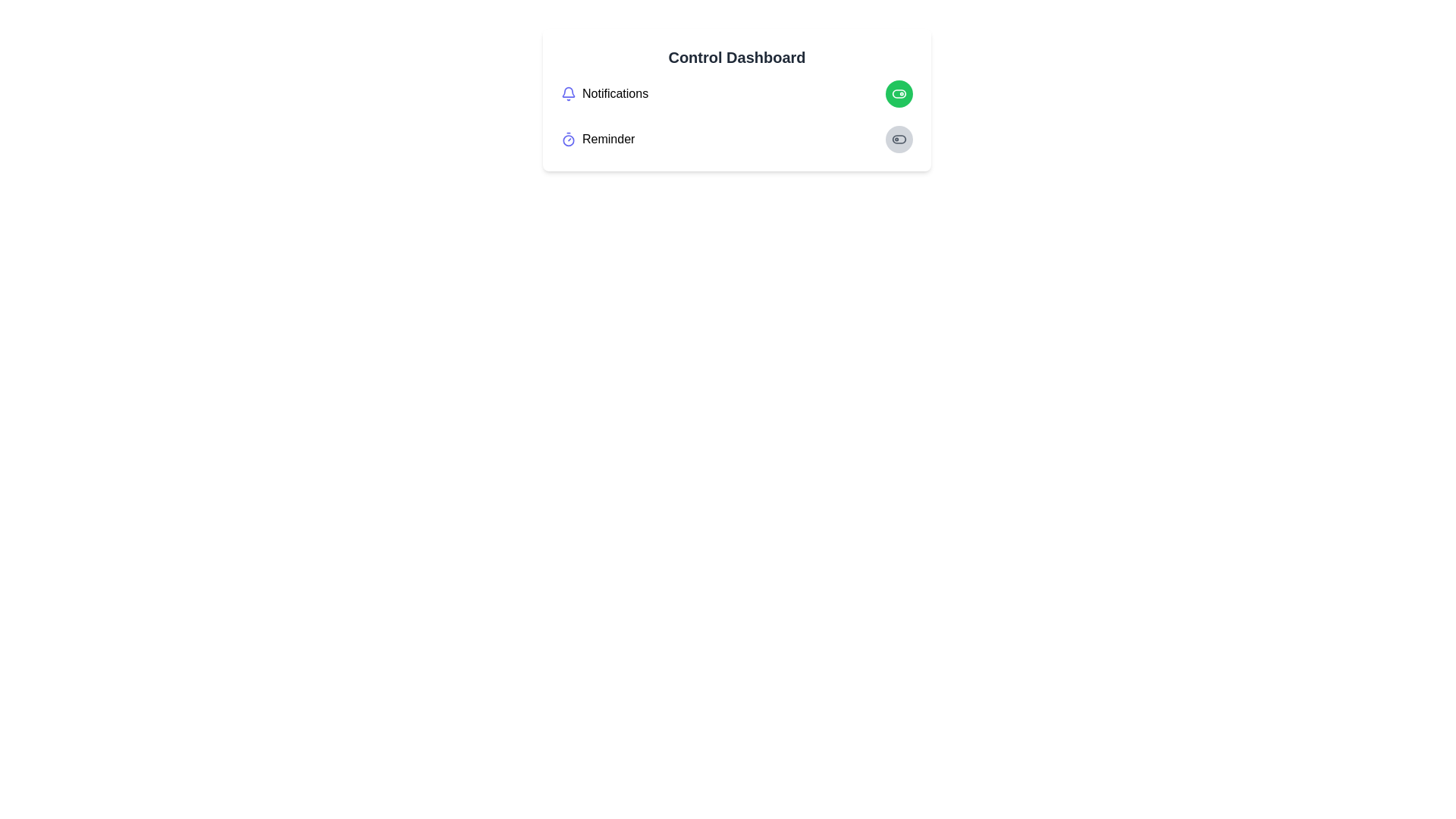 This screenshot has width=1456, height=819. What do you see at coordinates (899, 93) in the screenshot?
I see `the toggle switch for the 'Notifications' feature` at bounding box center [899, 93].